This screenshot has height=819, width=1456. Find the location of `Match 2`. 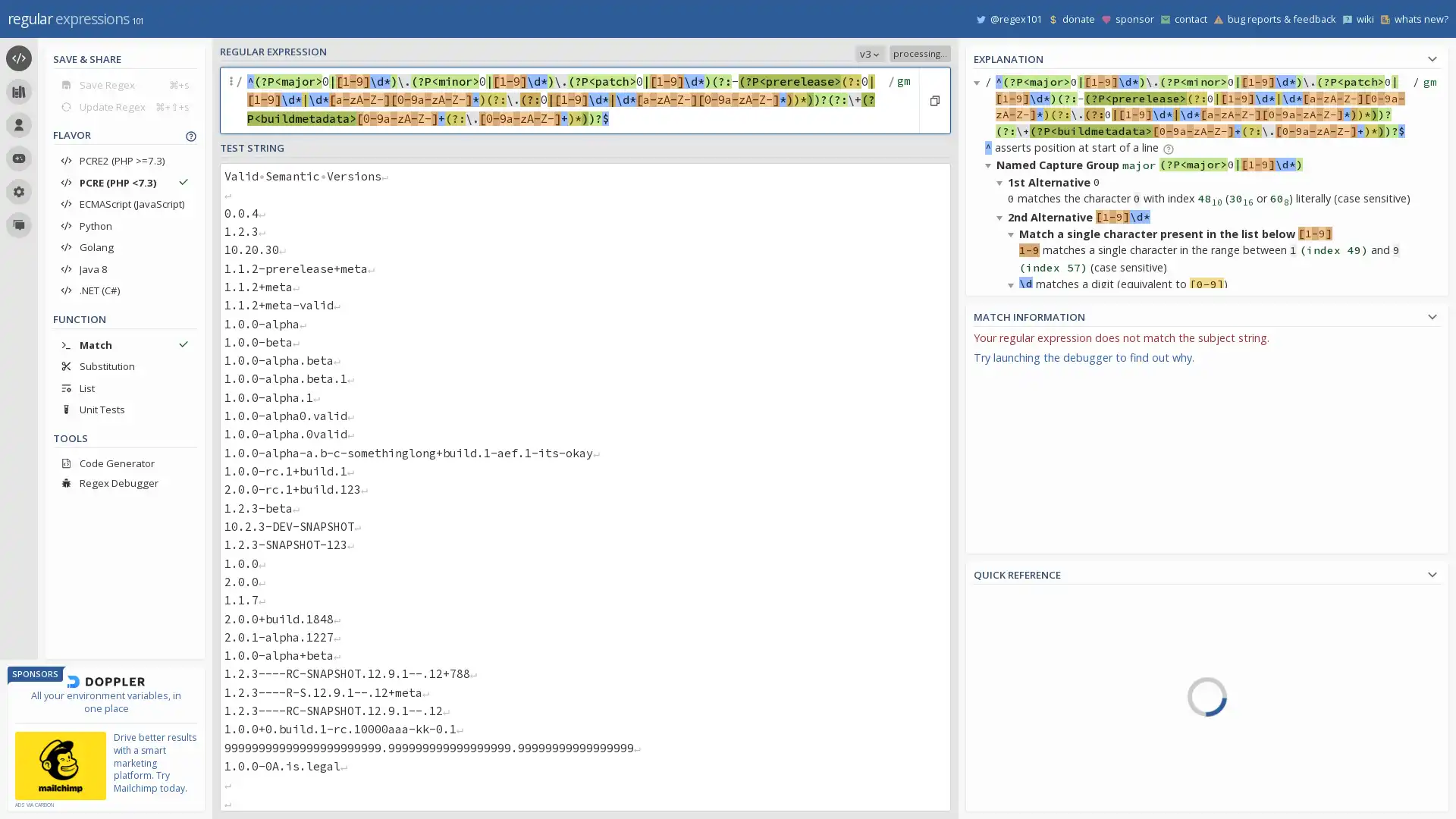

Match 2 is located at coordinates (1014, 472).